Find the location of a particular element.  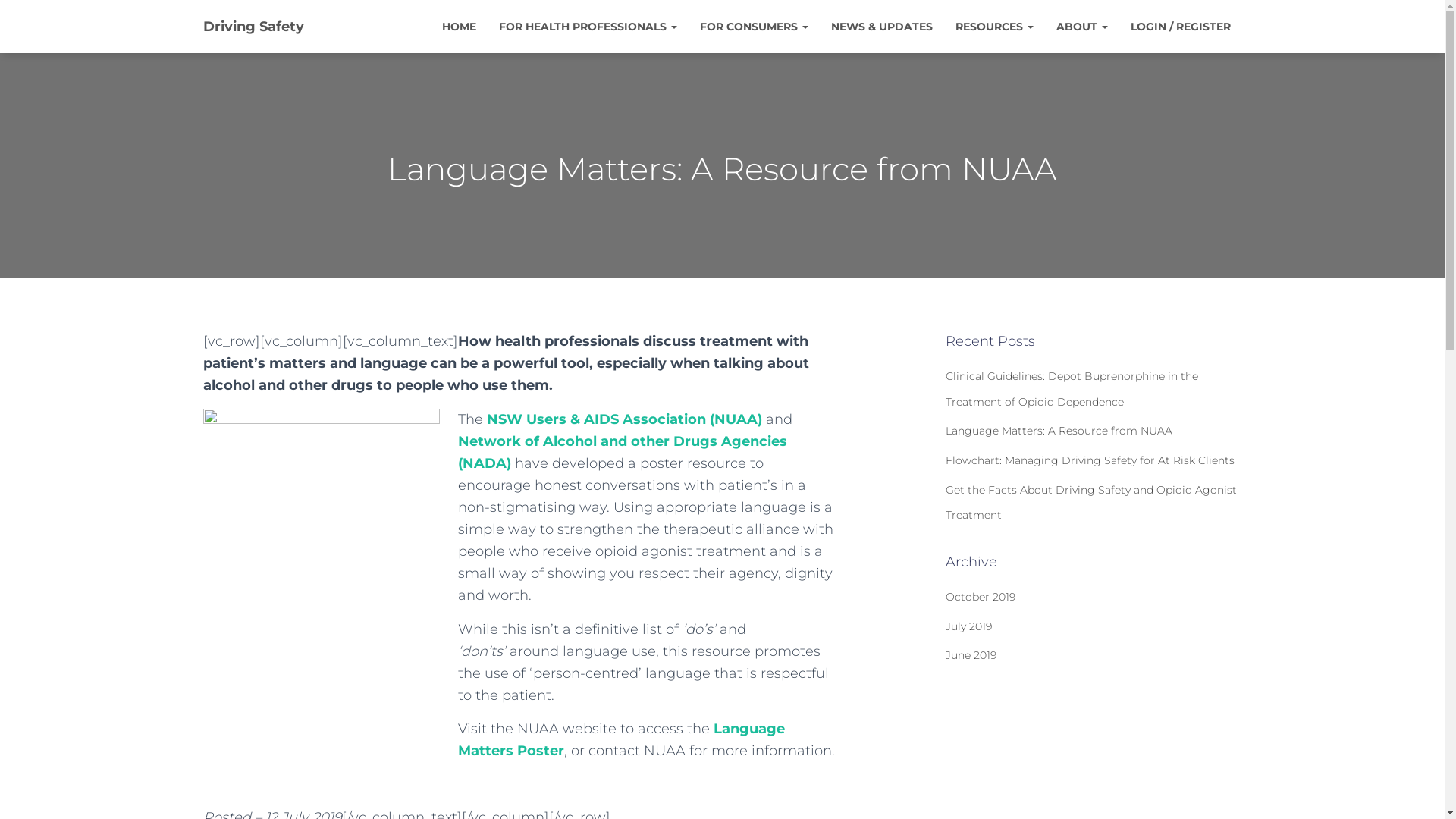

'Driving Safety' is located at coordinates (253, 26).